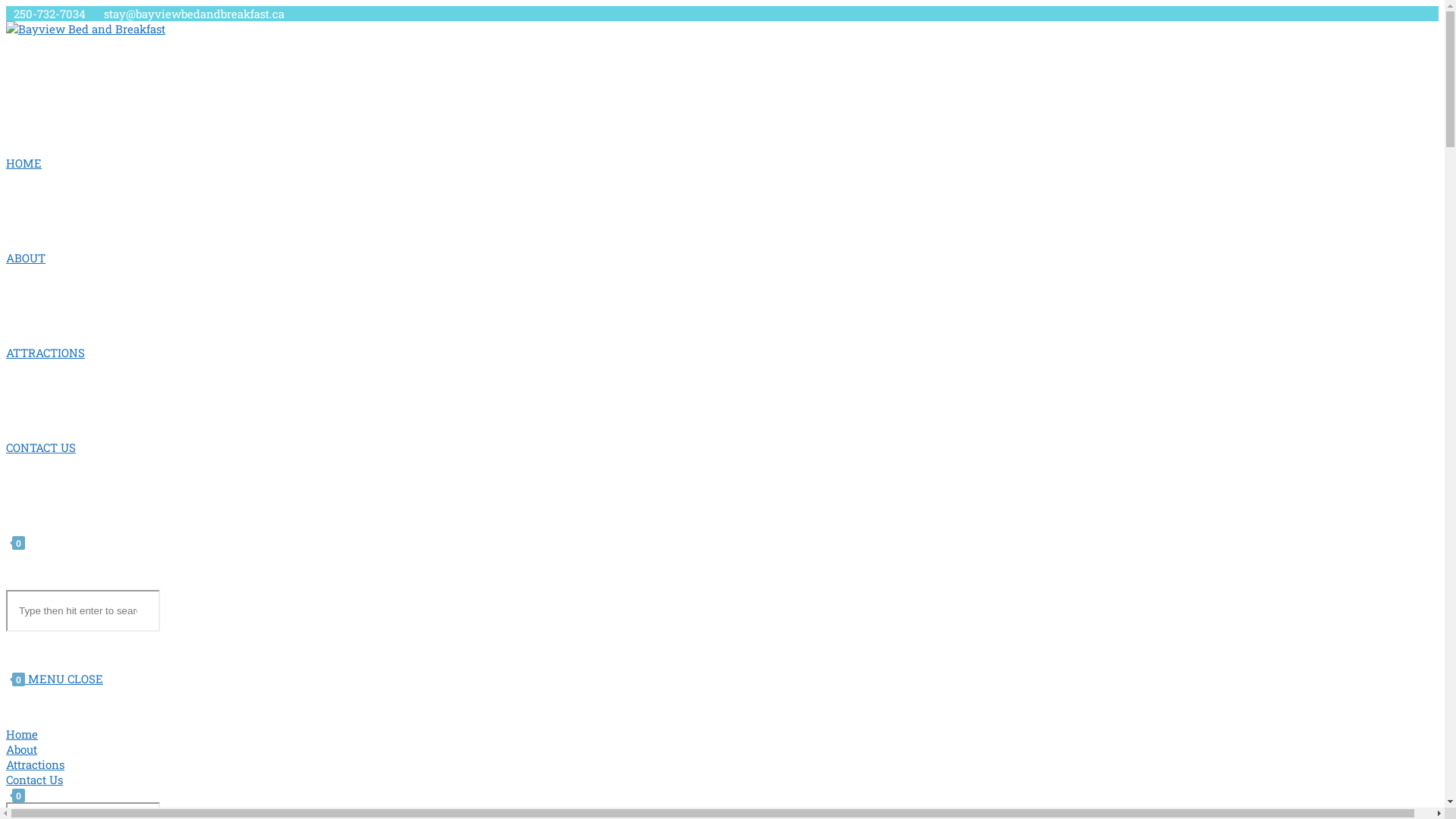  Describe the element at coordinates (21, 733) in the screenshot. I see `'Home'` at that location.